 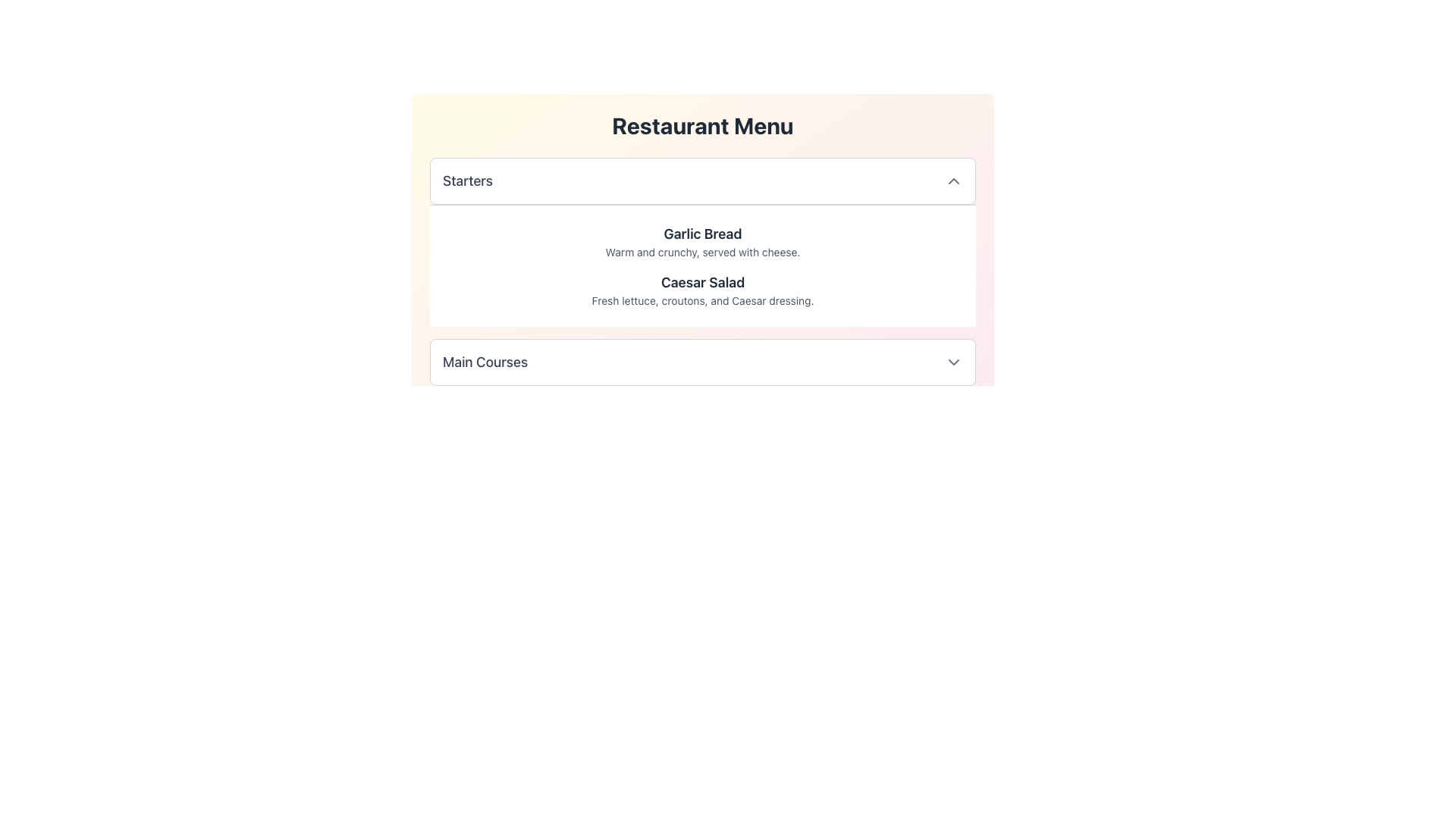 What do you see at coordinates (701, 281) in the screenshot?
I see `descriptive title for the 'Caesar Salad' menu item located in the 'Starters' category, positioned between the 'Garlic Bread' description and its own ingredients` at bounding box center [701, 281].